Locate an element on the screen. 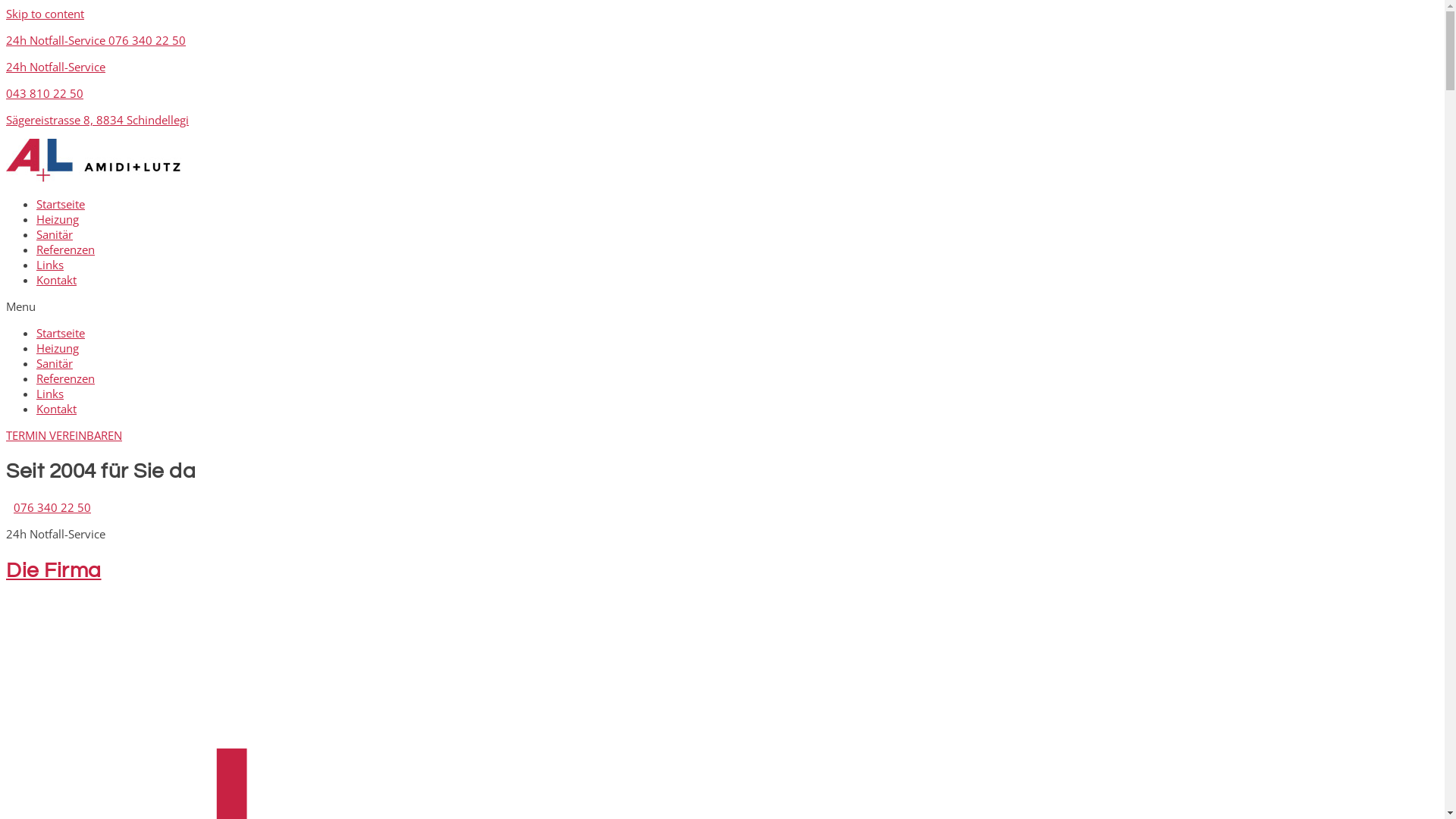 The image size is (1456, 819). 'Kontakt' is located at coordinates (56, 408).